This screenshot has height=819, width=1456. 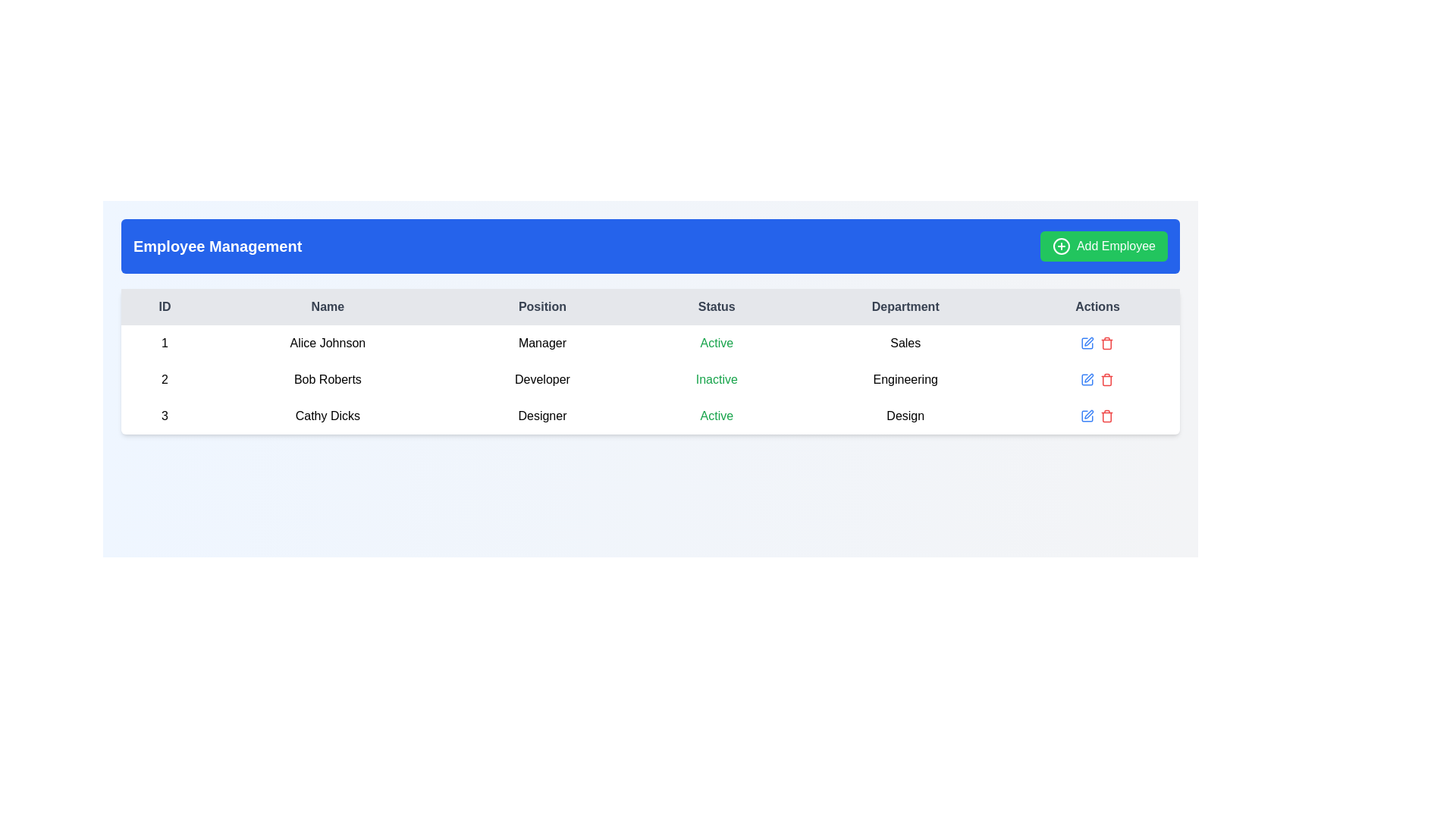 I want to click on the trash can icon representing the delete action for 'Bob Roberts' in the Actions column of the second row, so click(x=1107, y=380).